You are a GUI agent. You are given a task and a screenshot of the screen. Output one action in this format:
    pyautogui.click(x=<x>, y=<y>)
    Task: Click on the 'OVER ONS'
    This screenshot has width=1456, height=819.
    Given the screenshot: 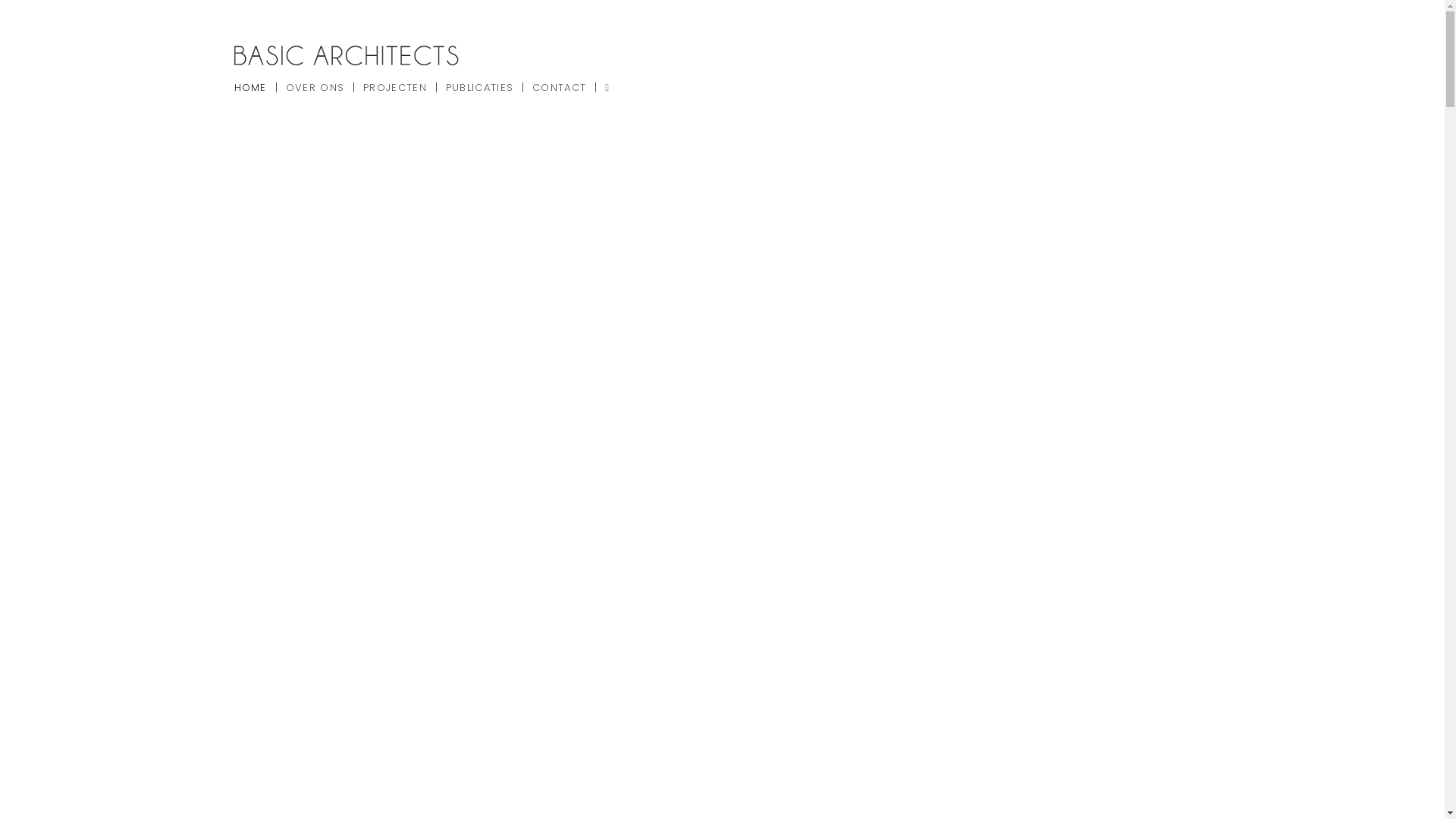 What is the action you would take?
    pyautogui.click(x=315, y=87)
    